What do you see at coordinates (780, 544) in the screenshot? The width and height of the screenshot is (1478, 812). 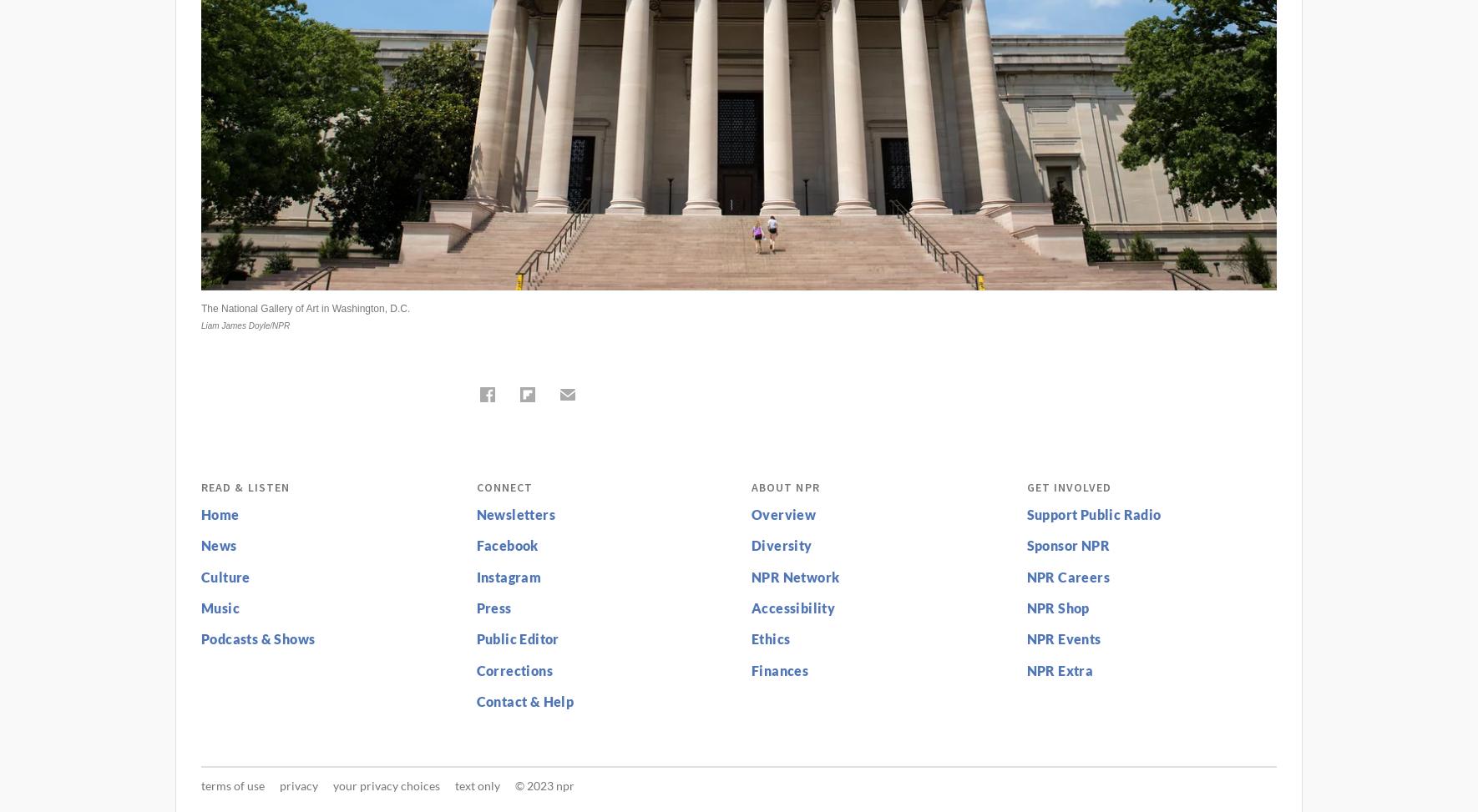 I see `'Diversity'` at bounding box center [780, 544].